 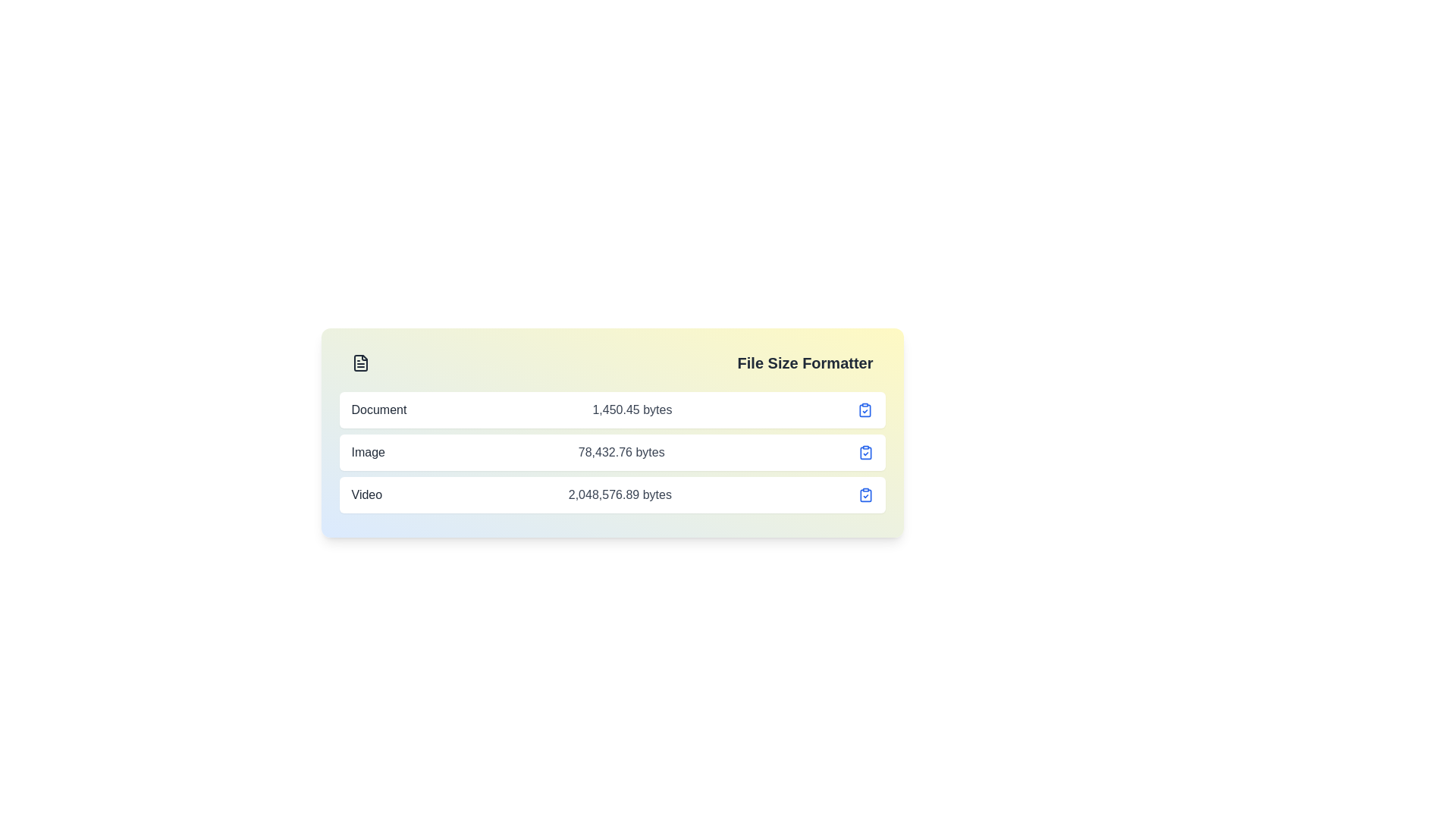 I want to click on the text display showing the numerical value '78,432.76 bytes' which is styled in light gray and positioned to the right of the label 'Image' in the card-like structure, so click(x=621, y=452).